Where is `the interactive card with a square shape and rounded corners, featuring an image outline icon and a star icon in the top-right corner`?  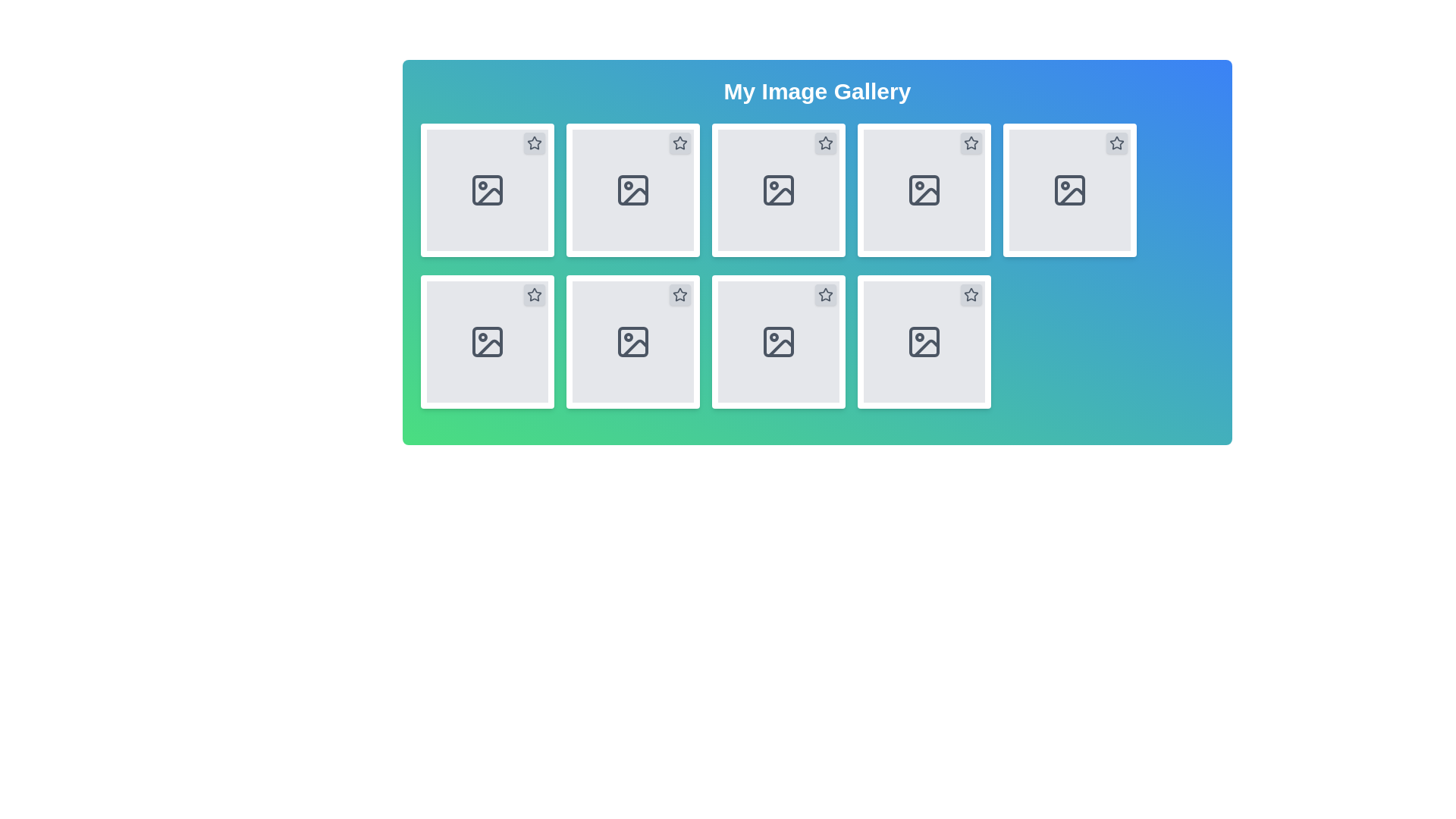 the interactive card with a square shape and rounded corners, featuring an image outline icon and a star icon in the top-right corner is located at coordinates (924, 342).